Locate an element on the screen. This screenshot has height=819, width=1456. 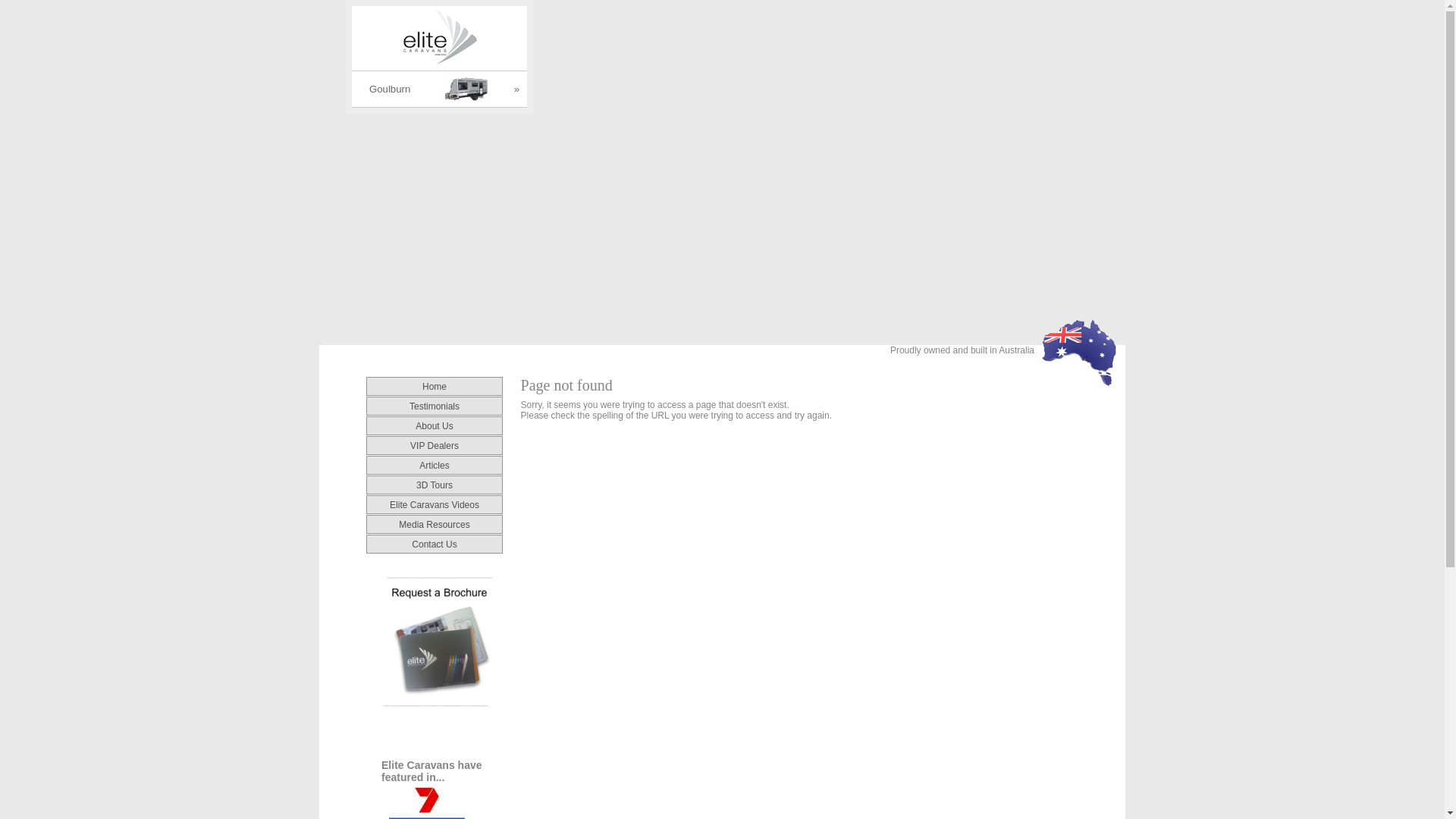
'Articles' is located at coordinates (433, 464).